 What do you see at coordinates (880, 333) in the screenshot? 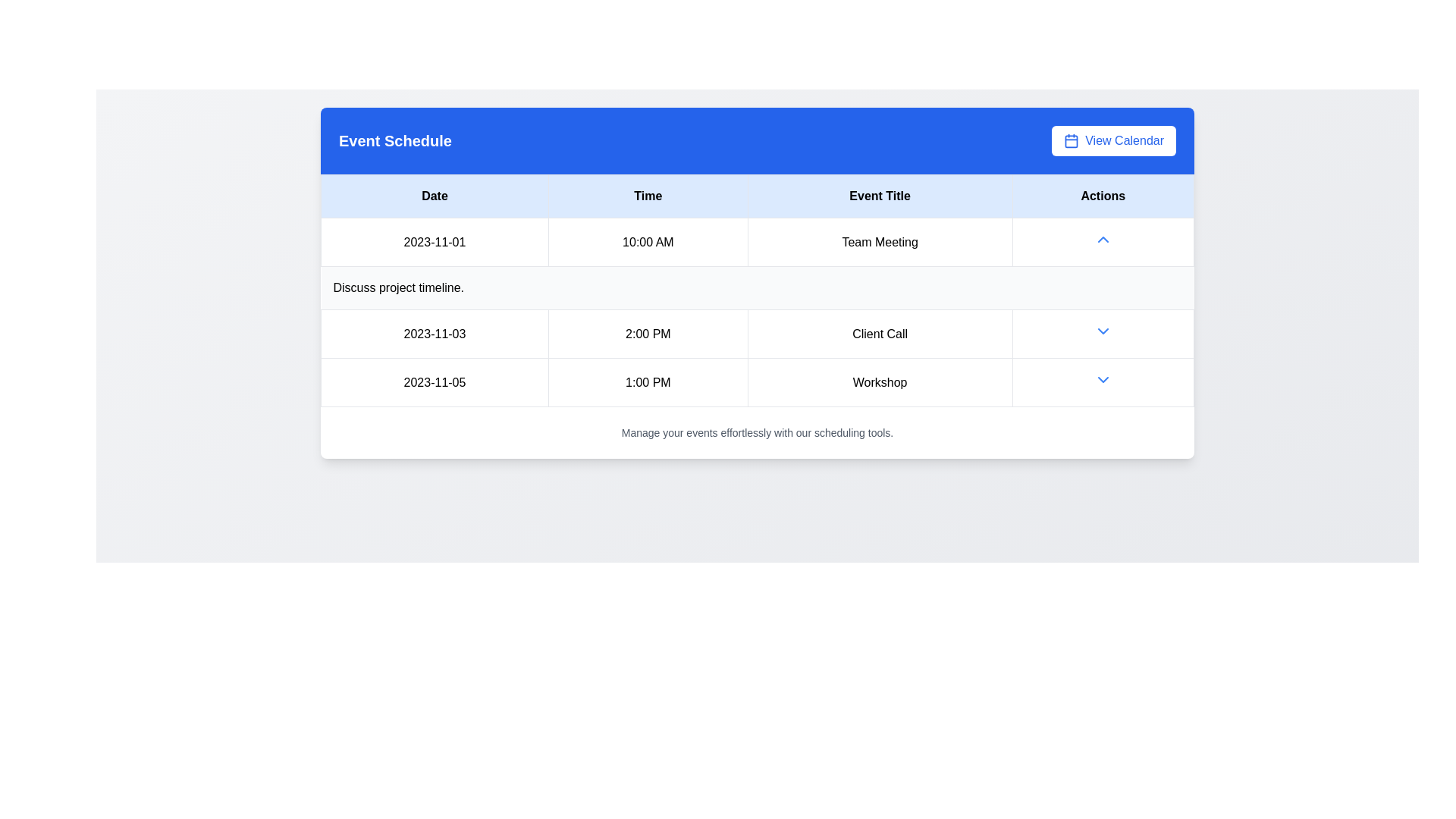
I see `the 'Client Call' text label located under the 'Event Title' column corresponding to the time entry '2:00 PM' and the date '2023-11-03'` at bounding box center [880, 333].